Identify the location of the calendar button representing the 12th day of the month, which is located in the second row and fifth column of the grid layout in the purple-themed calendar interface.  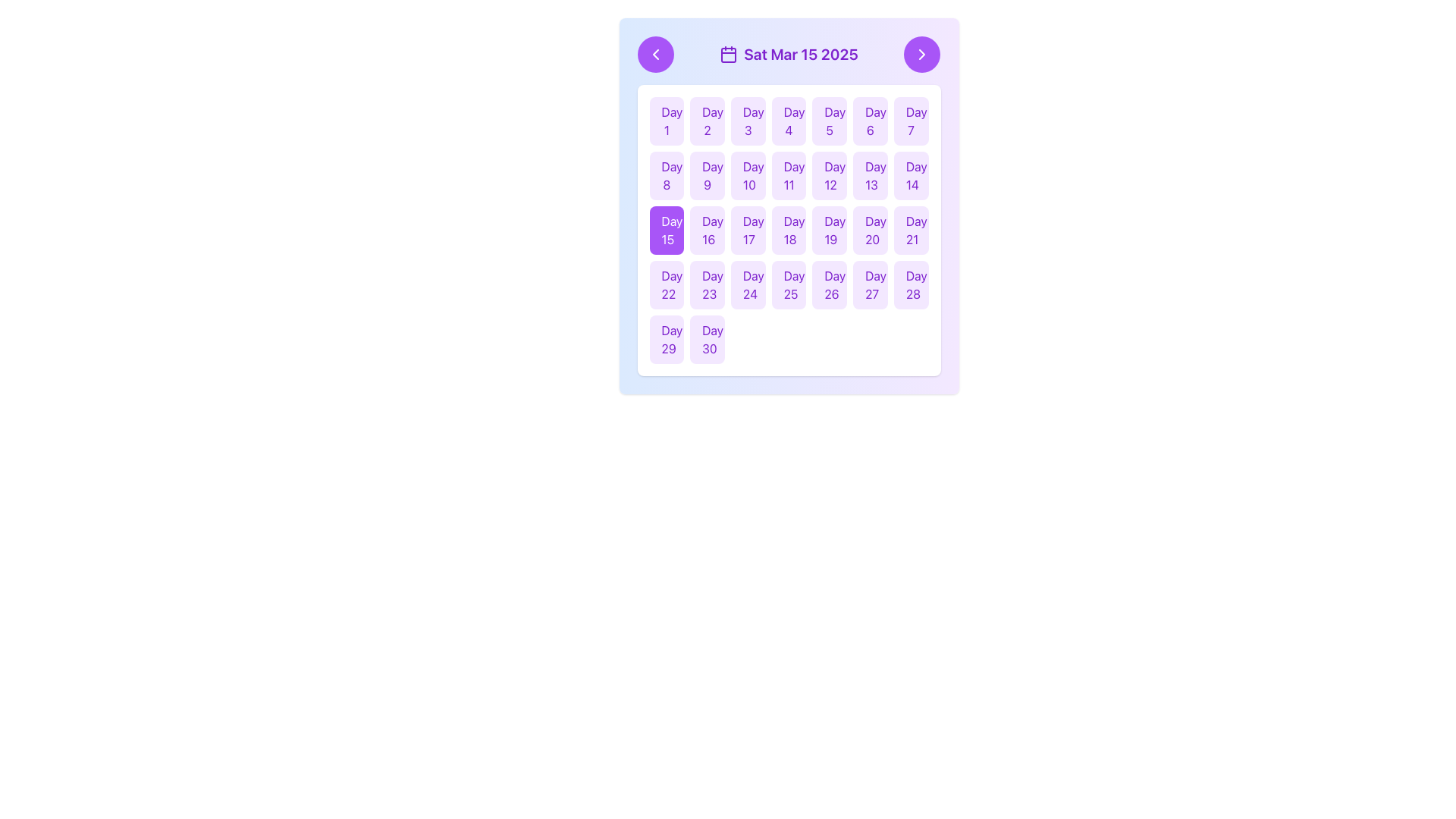
(829, 174).